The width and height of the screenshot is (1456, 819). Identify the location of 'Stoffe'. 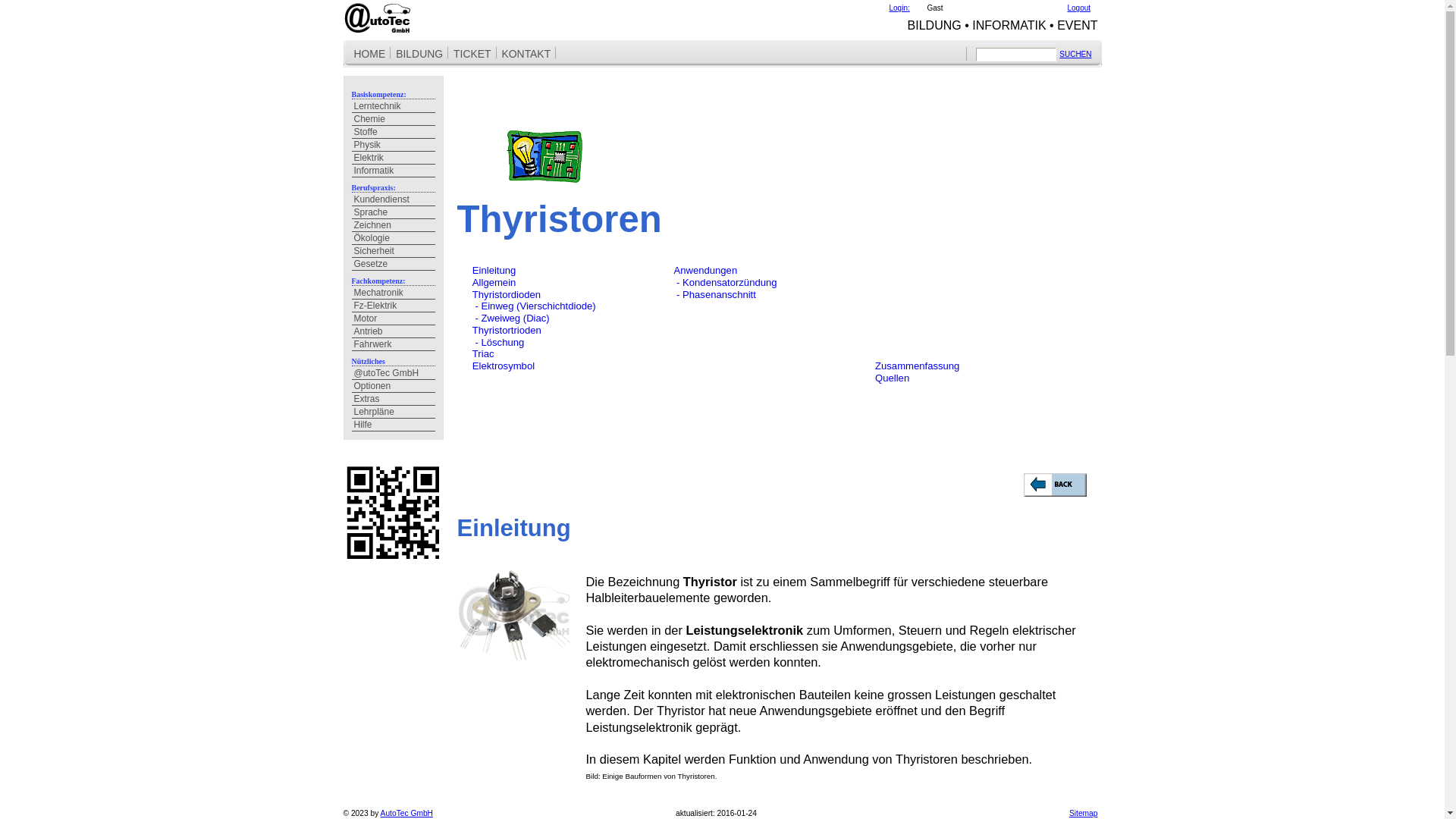
(393, 131).